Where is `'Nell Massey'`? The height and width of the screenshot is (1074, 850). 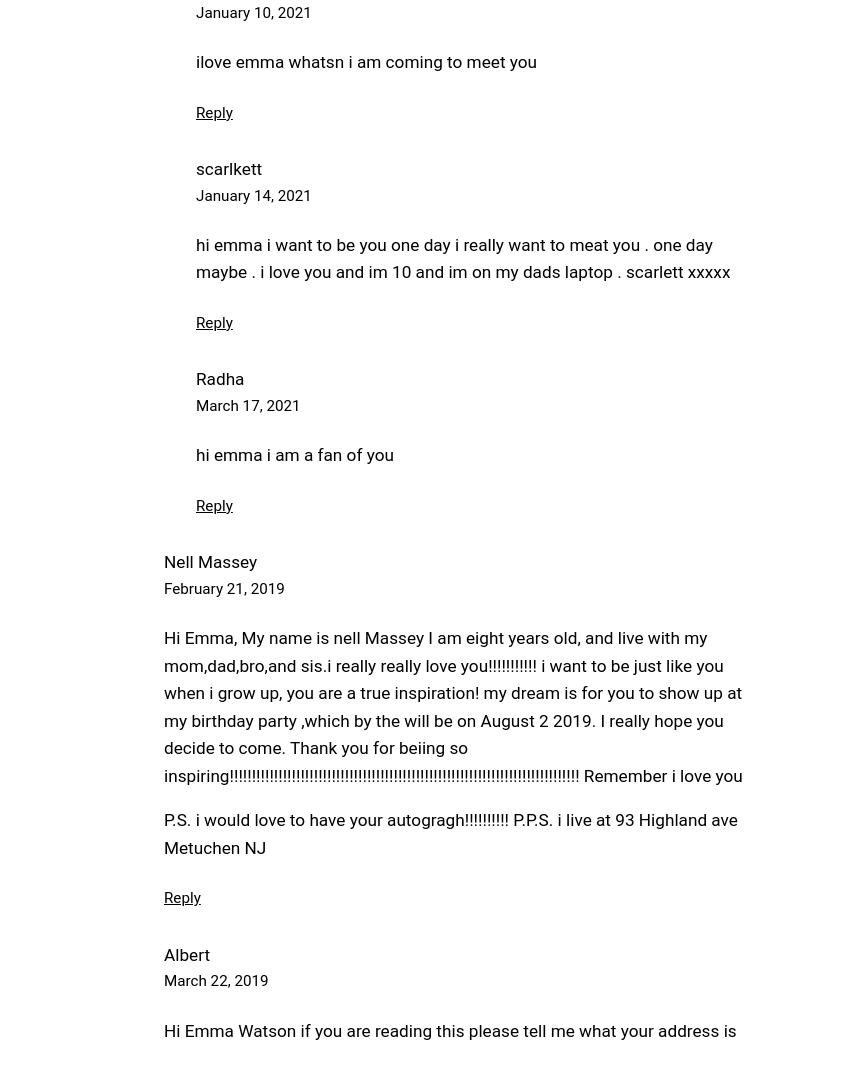 'Nell Massey' is located at coordinates (209, 561).